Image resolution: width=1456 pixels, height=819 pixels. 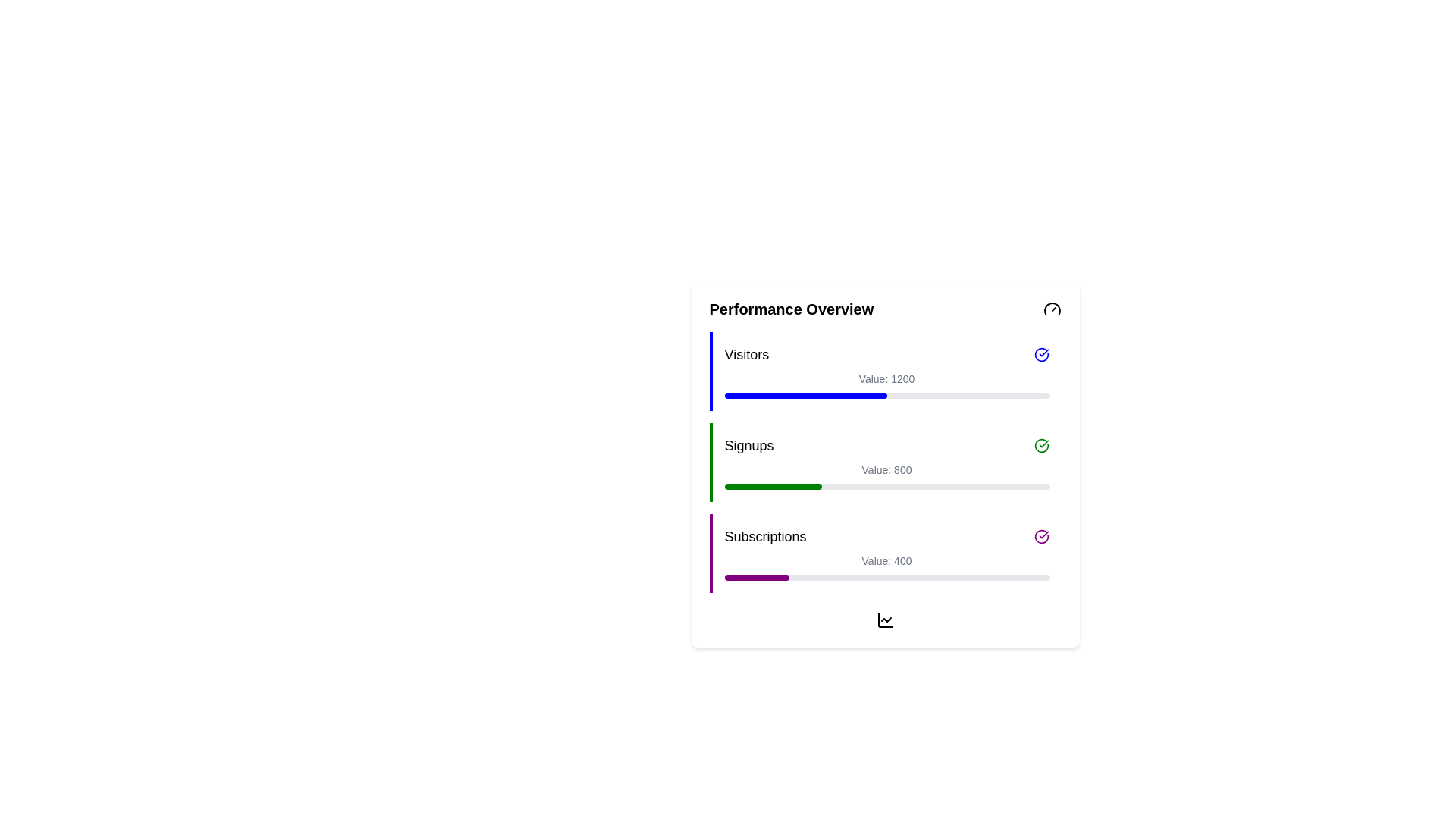 What do you see at coordinates (757, 578) in the screenshot?
I see `the progress value represented by the purple segment of the progress bar located in the 'Subscriptions' section of the performance overview panel` at bounding box center [757, 578].